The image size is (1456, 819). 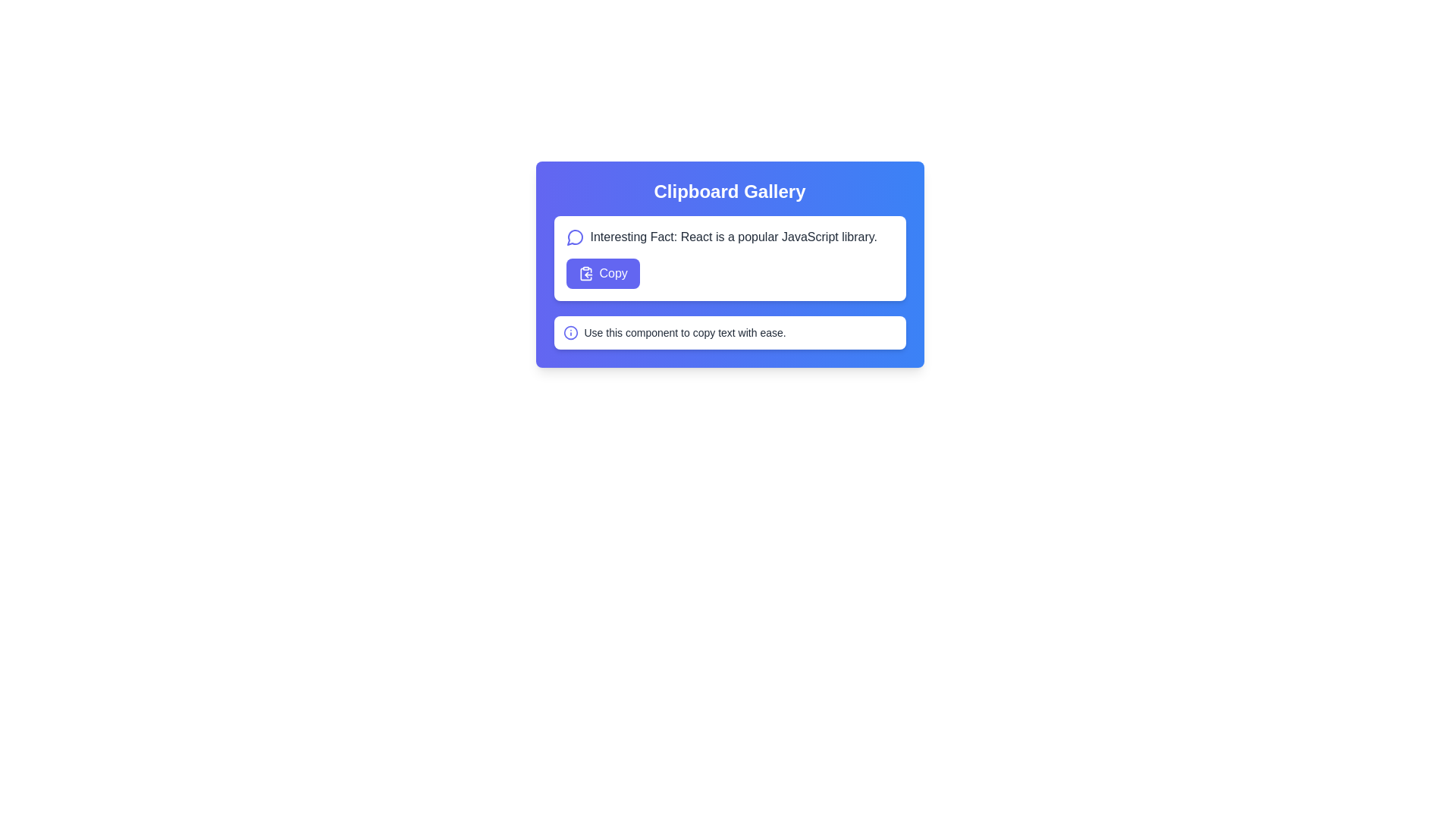 What do you see at coordinates (733, 237) in the screenshot?
I see `the static text displaying 'Interesting Fact: React is a popular JavaScript library.' which is styled with a gray font color and is part of a compact information component` at bounding box center [733, 237].